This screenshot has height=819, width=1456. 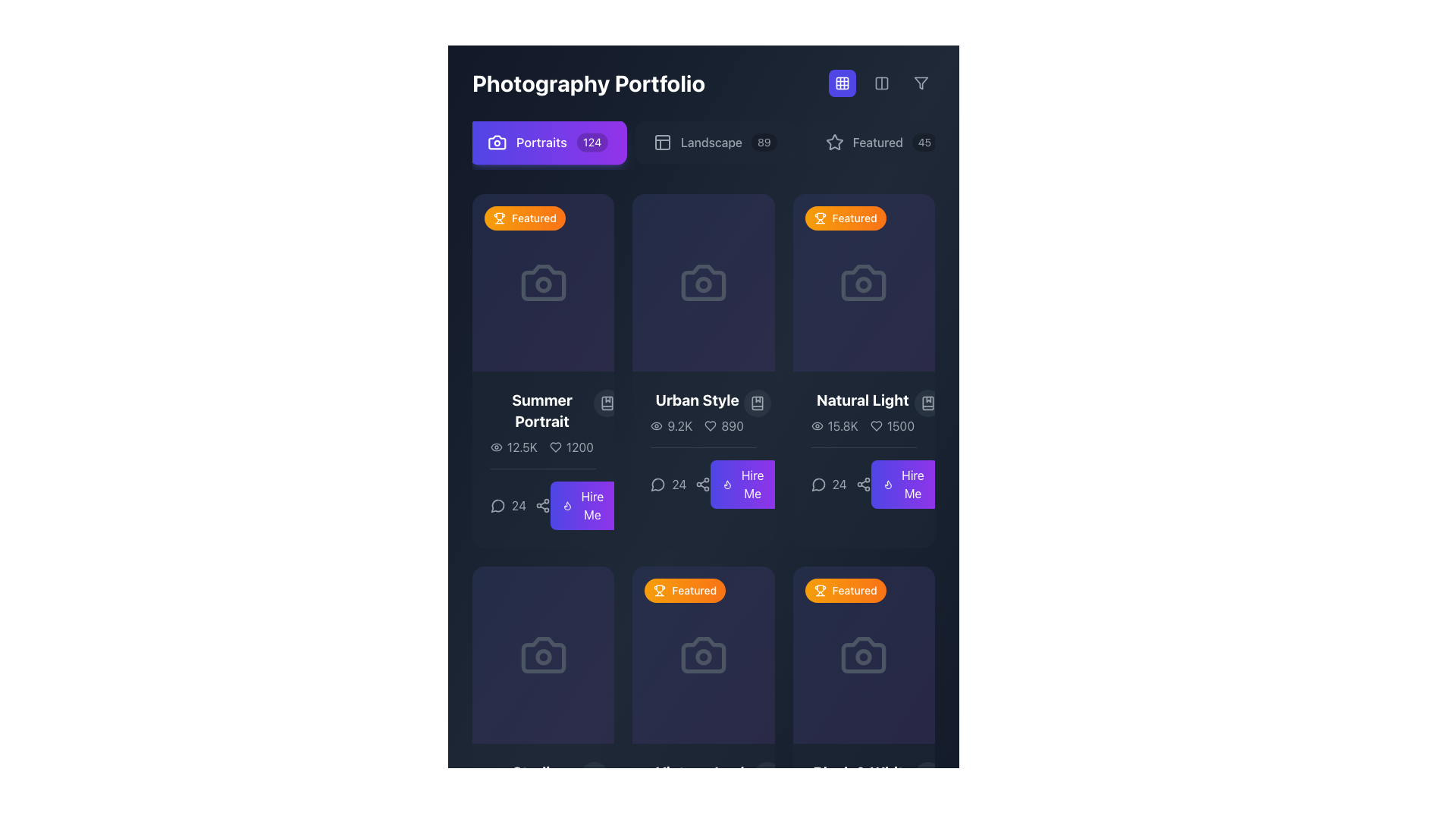 I want to click on the camera icon representing 'Natural Light', which is located in the top row, third column of the portfolio thumbnails, so click(x=864, y=283).